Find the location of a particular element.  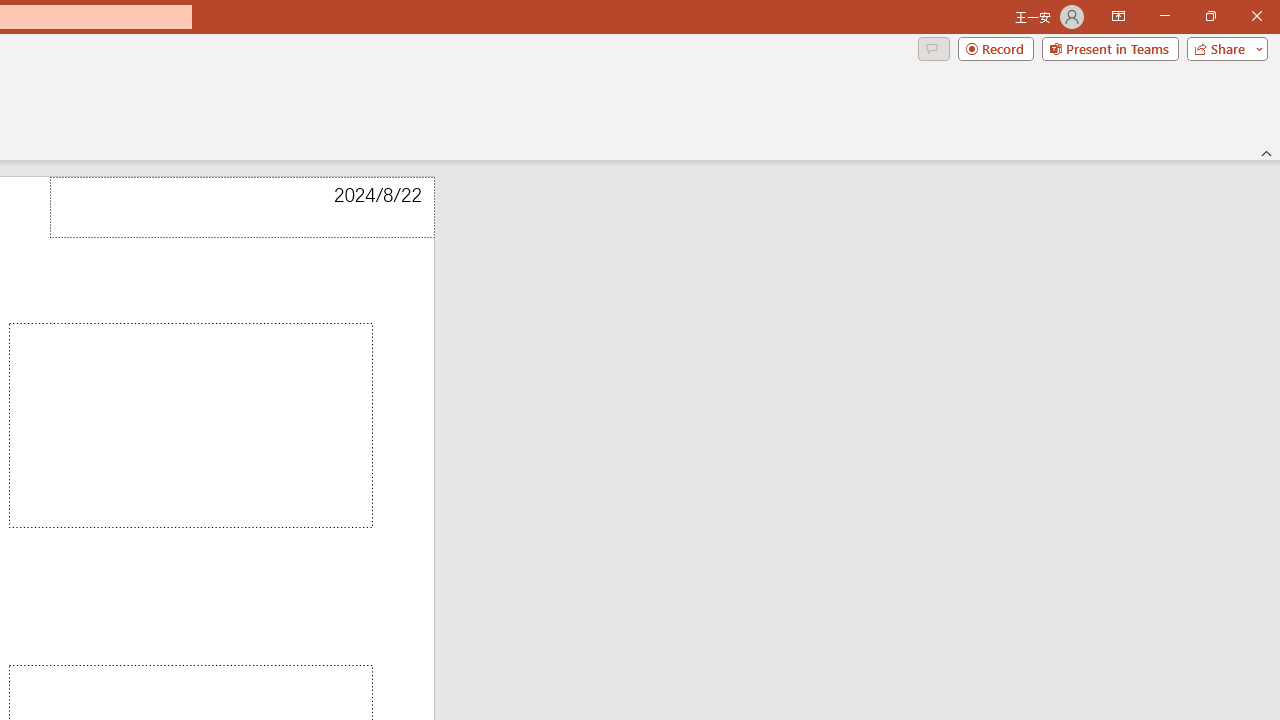

'Date' is located at coordinates (241, 207).